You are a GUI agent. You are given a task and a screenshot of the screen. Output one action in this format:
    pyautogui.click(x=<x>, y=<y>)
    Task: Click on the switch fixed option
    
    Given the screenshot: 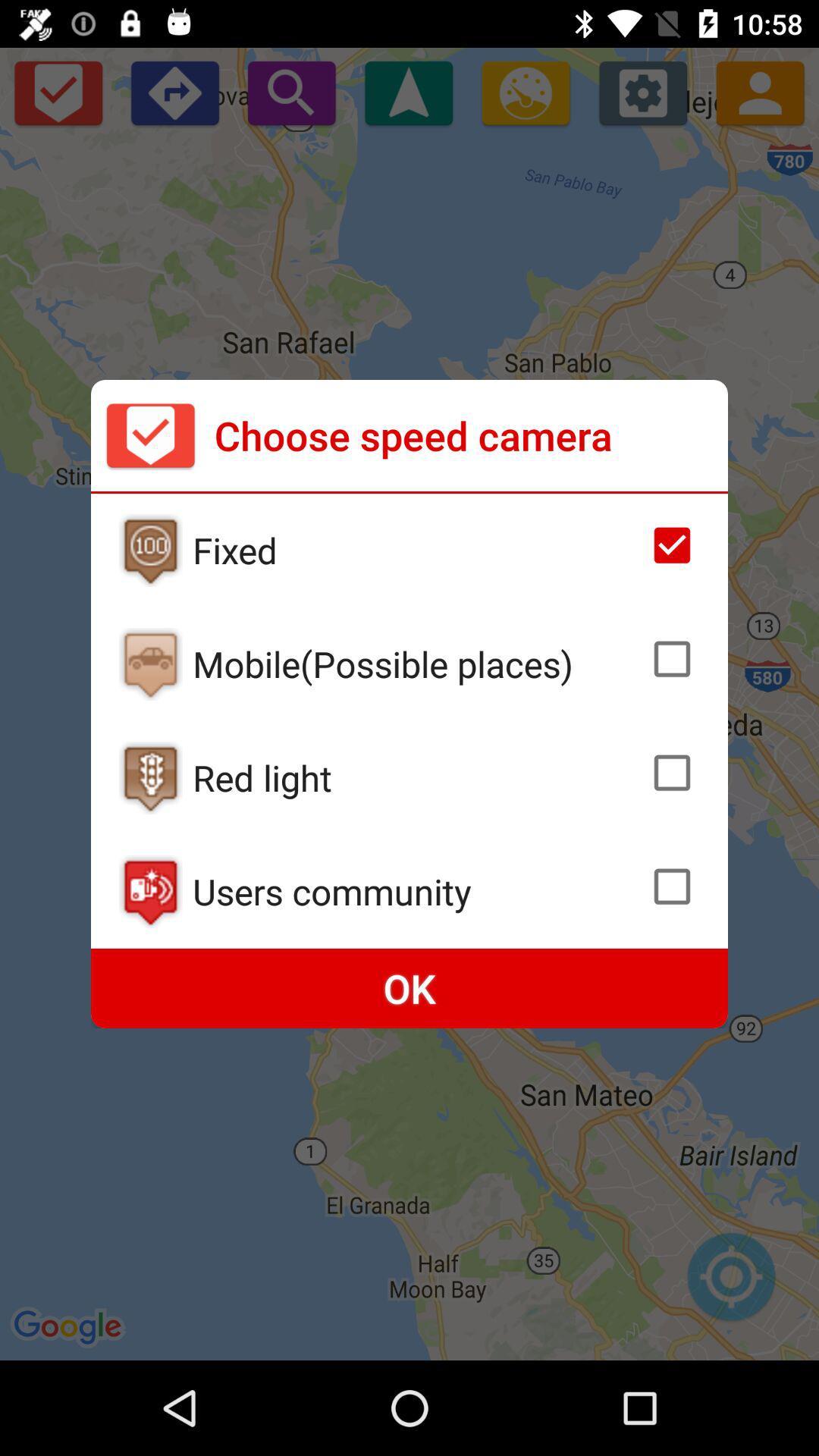 What is the action you would take?
    pyautogui.click(x=150, y=549)
    